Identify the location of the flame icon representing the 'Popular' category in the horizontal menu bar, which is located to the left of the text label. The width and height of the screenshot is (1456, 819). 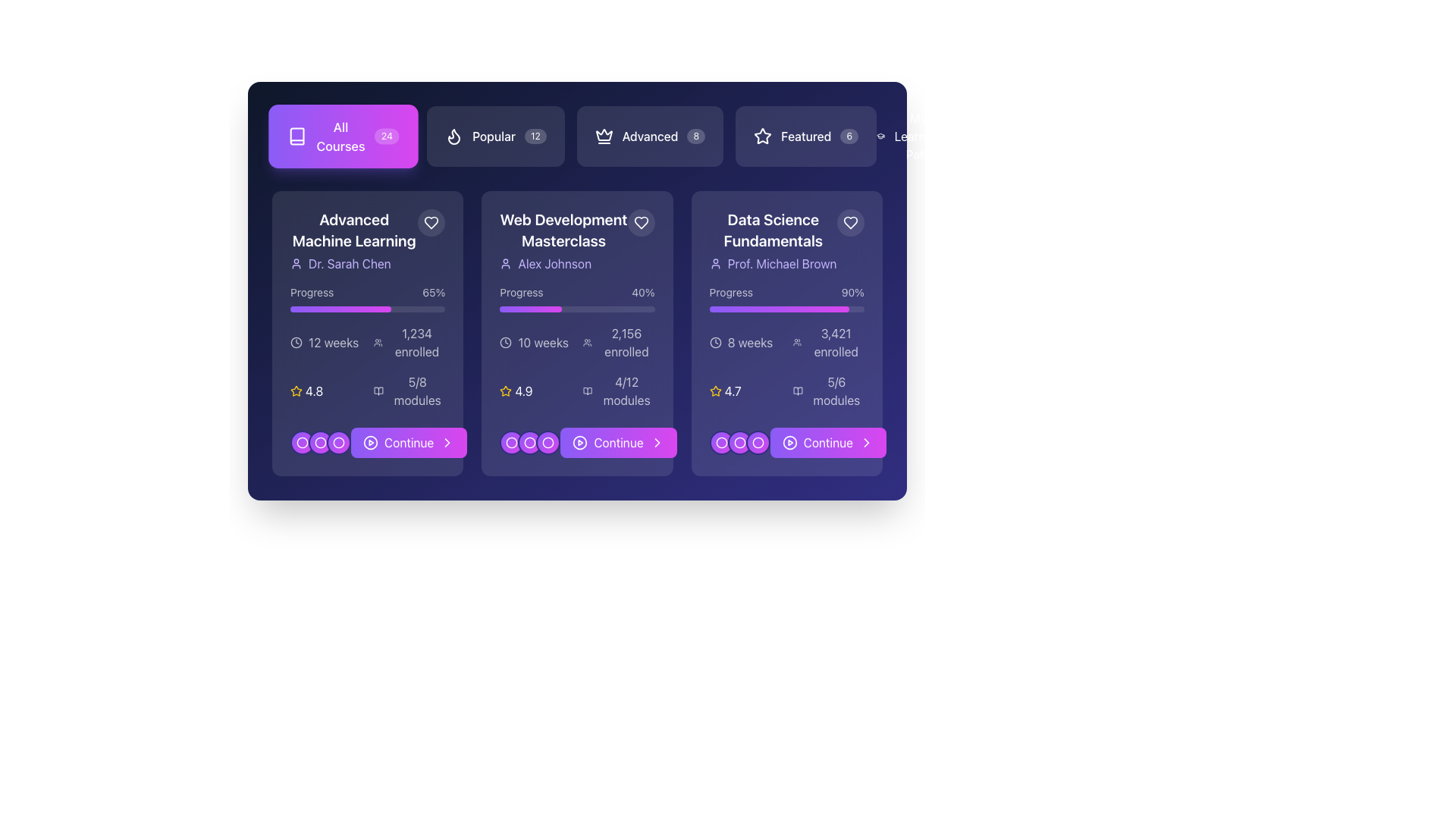
(453, 136).